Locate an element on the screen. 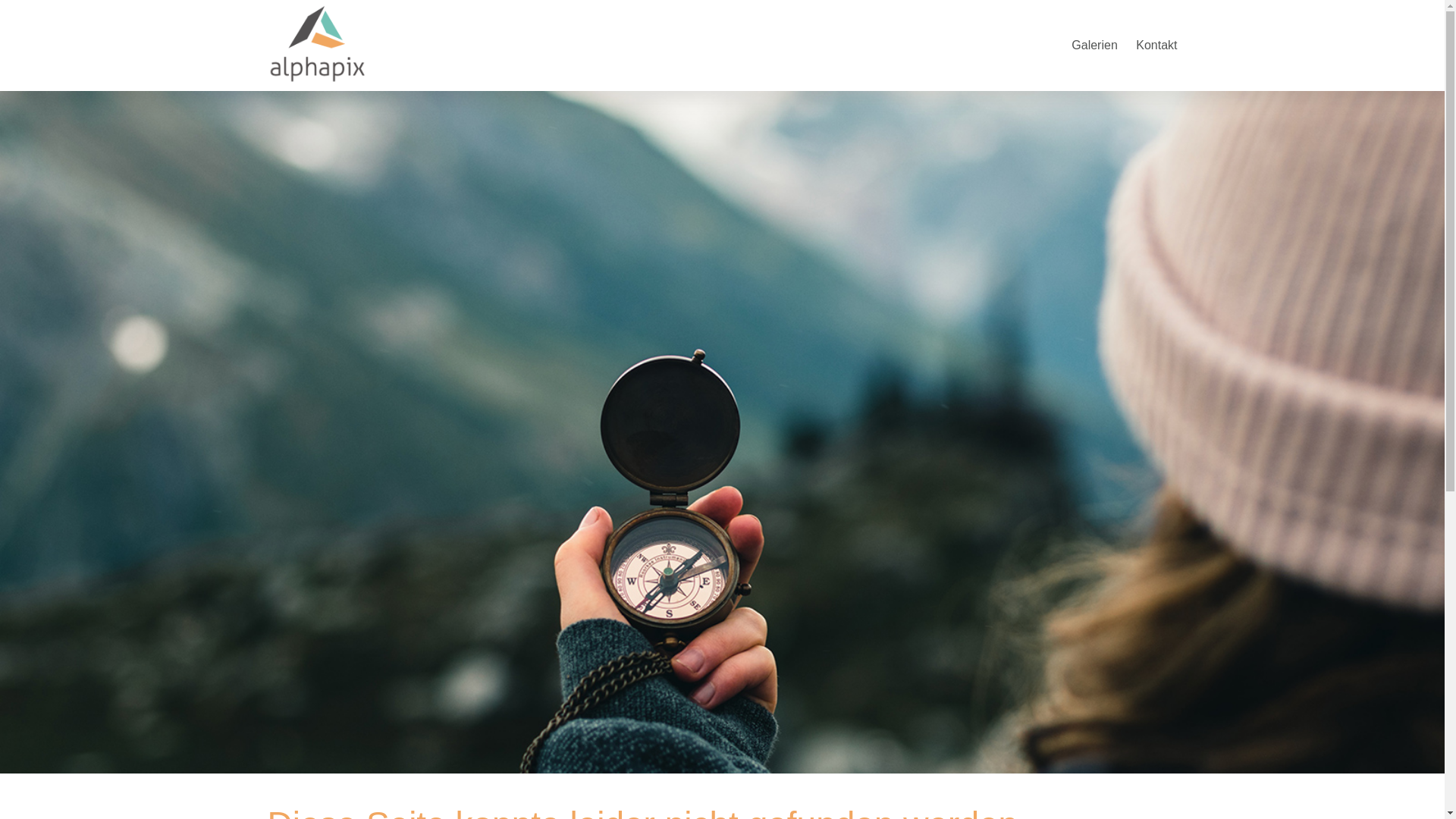  'Home' is located at coordinates (315, 81).